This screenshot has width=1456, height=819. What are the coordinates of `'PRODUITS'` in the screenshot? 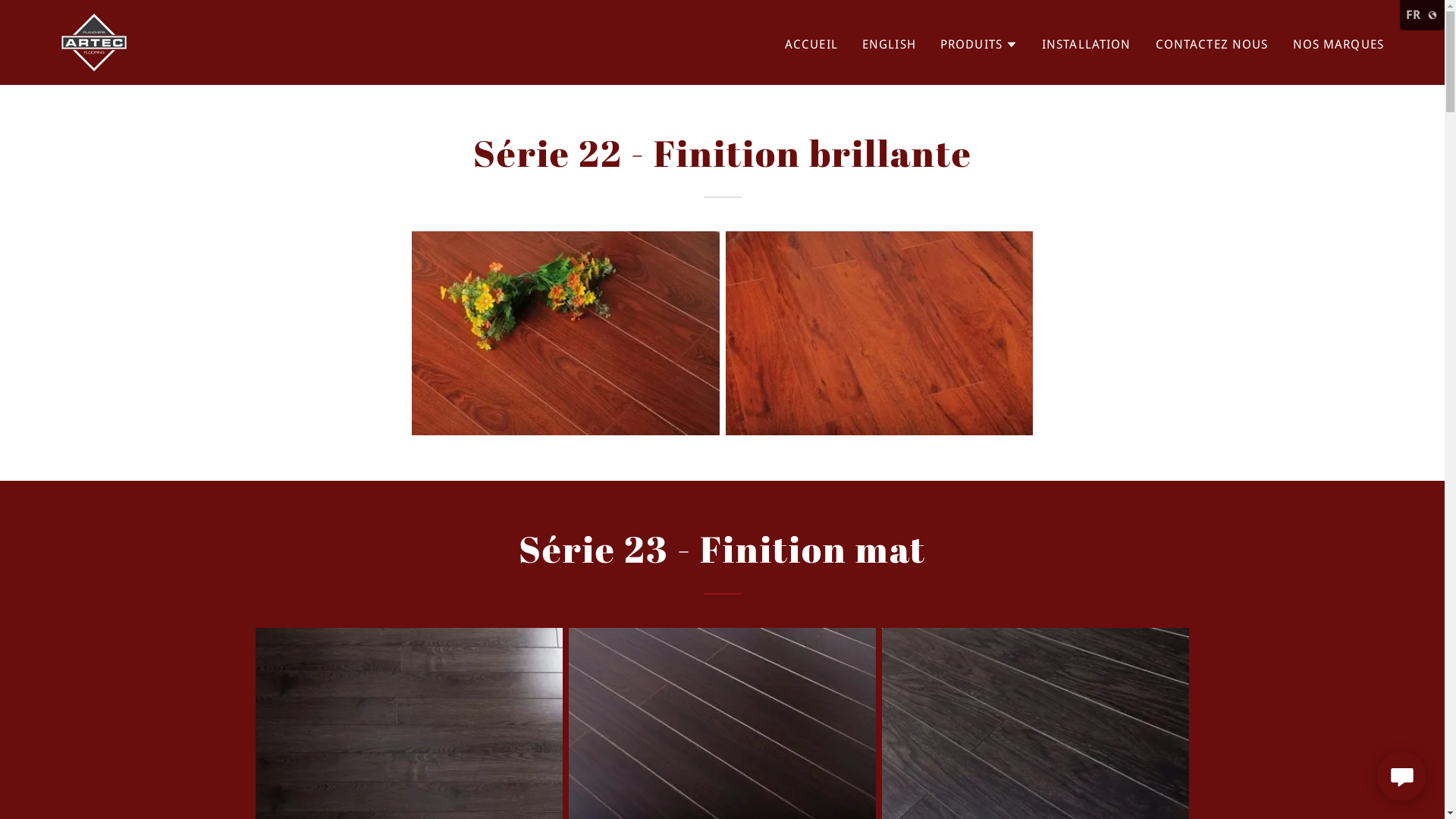 It's located at (939, 42).